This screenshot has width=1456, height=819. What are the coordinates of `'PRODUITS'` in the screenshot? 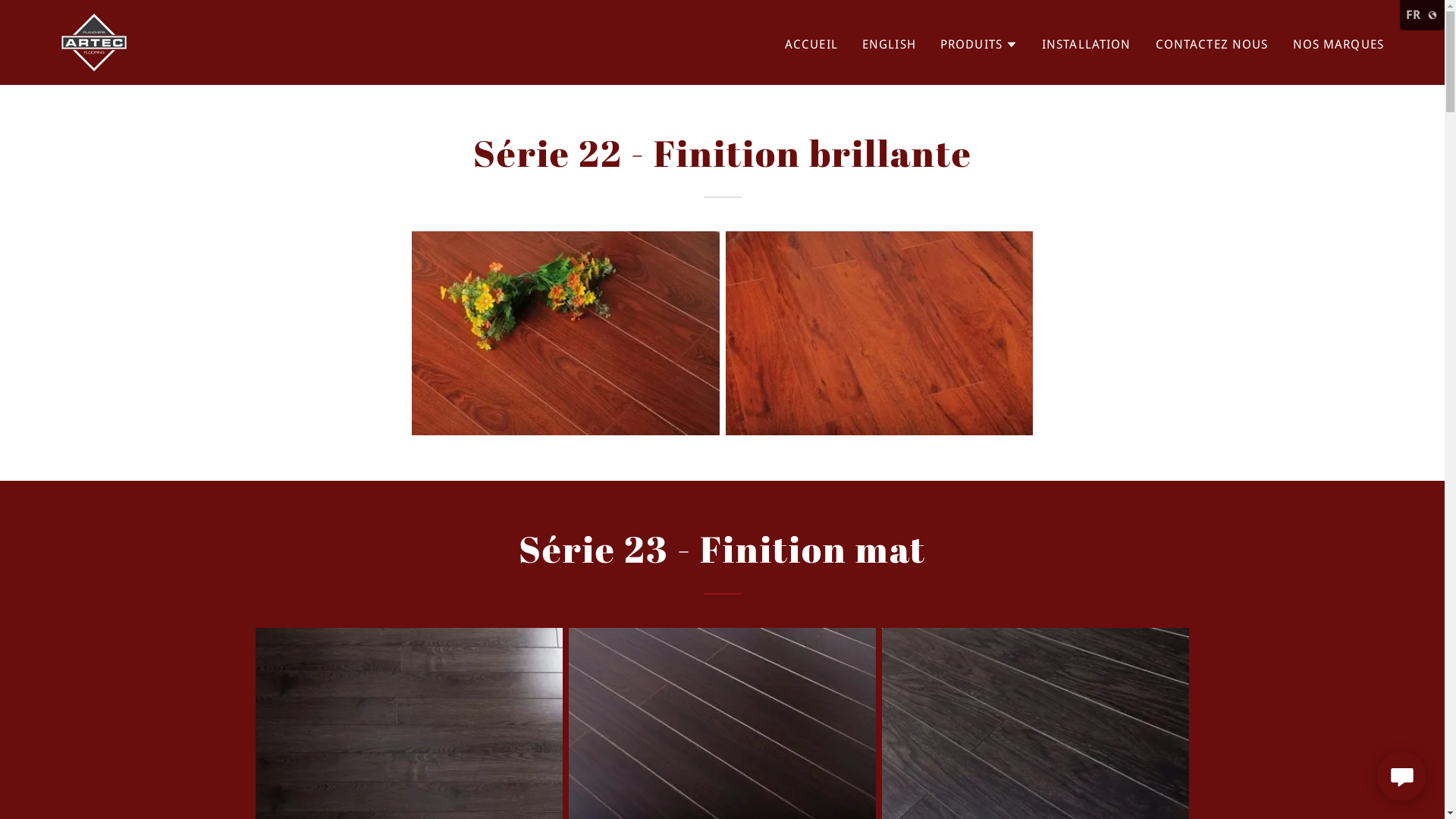 It's located at (939, 42).